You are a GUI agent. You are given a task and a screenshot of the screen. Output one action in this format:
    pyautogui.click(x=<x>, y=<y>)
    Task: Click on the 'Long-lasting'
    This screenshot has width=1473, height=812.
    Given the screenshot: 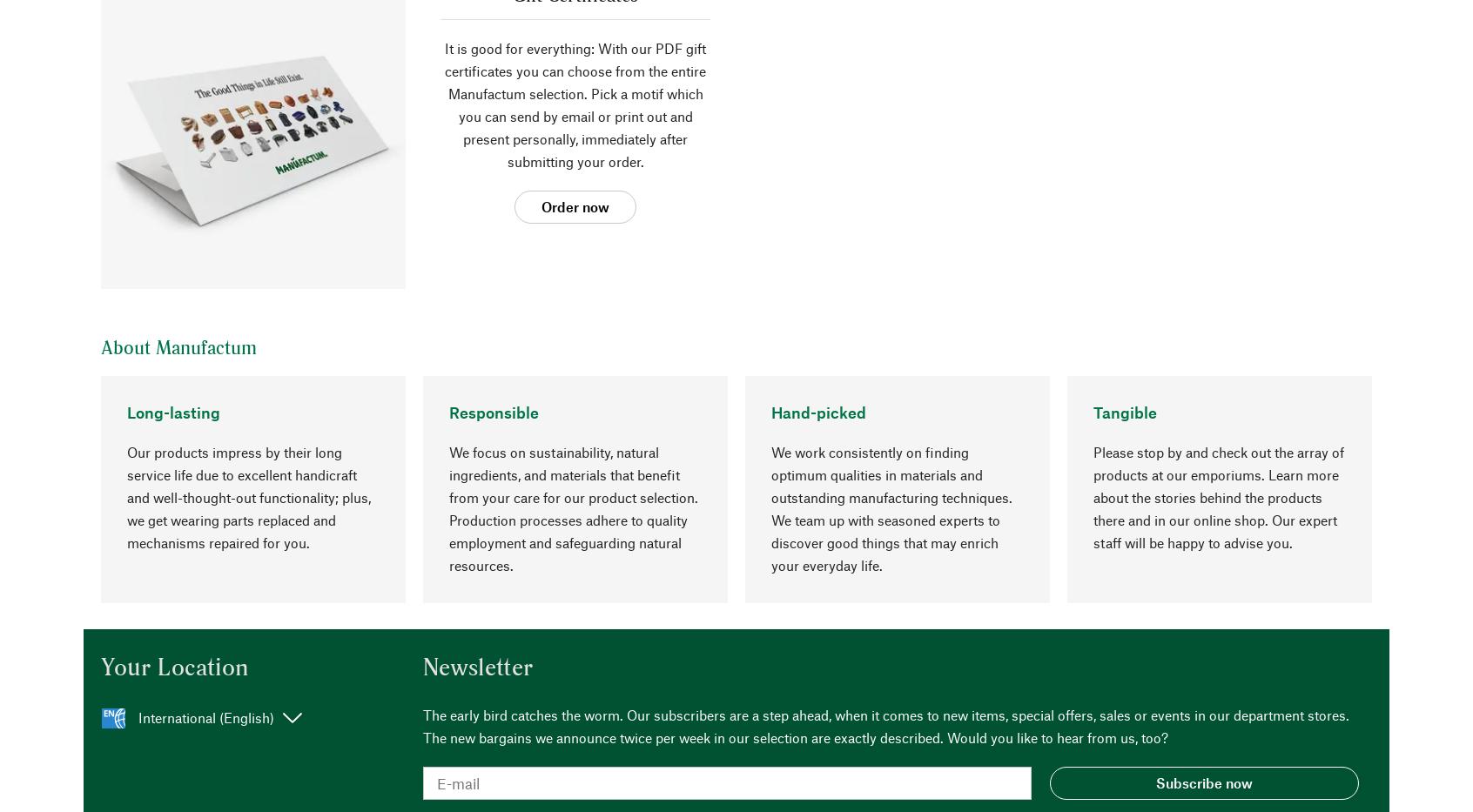 What is the action you would take?
    pyautogui.click(x=126, y=412)
    